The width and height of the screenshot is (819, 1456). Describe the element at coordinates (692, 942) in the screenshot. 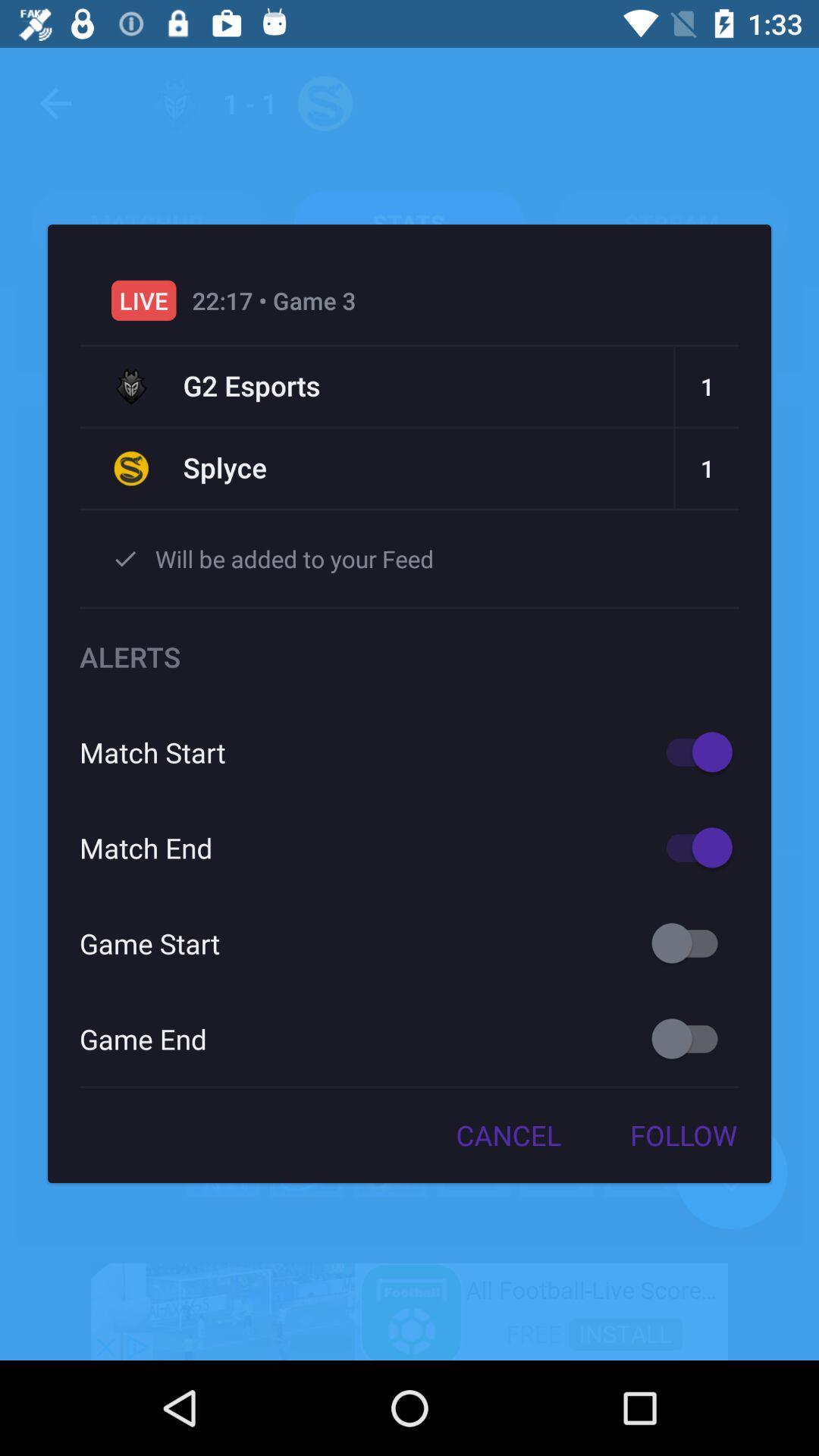

I see `it is on/of key` at that location.